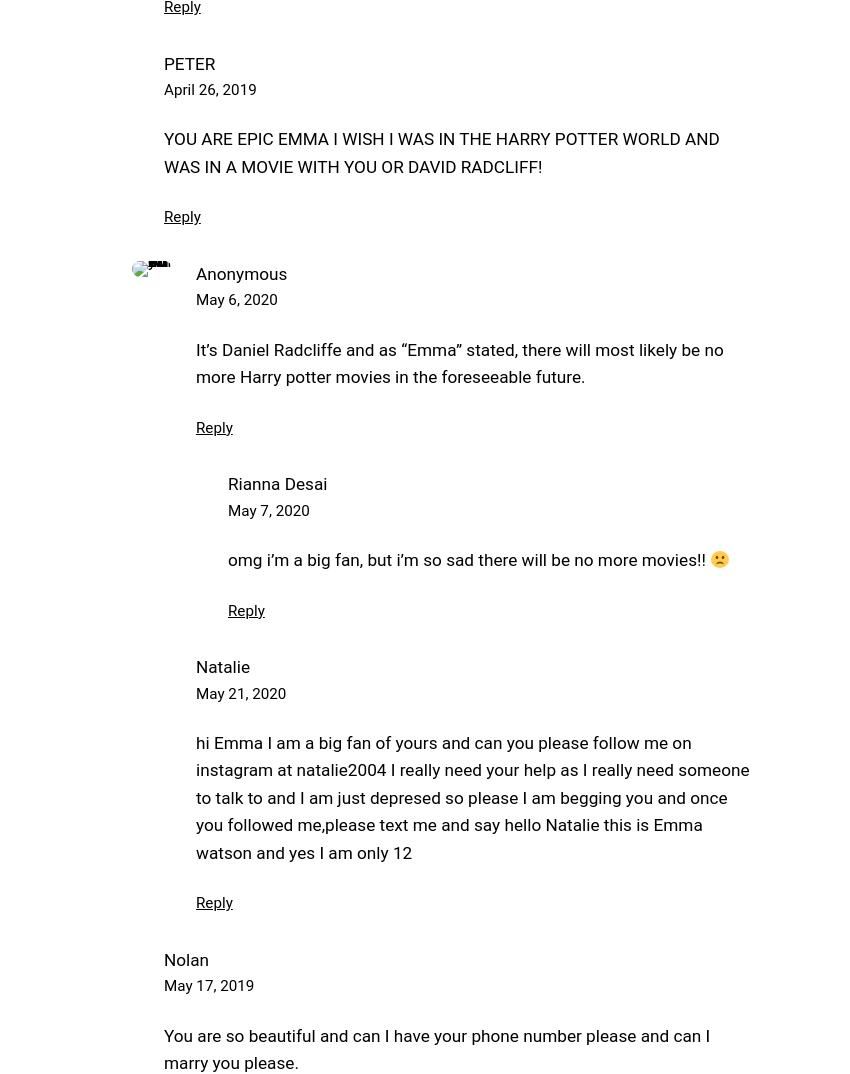  What do you see at coordinates (469, 558) in the screenshot?
I see `'omg i’m a big fan, but i’m so sad there will be no more movies!!'` at bounding box center [469, 558].